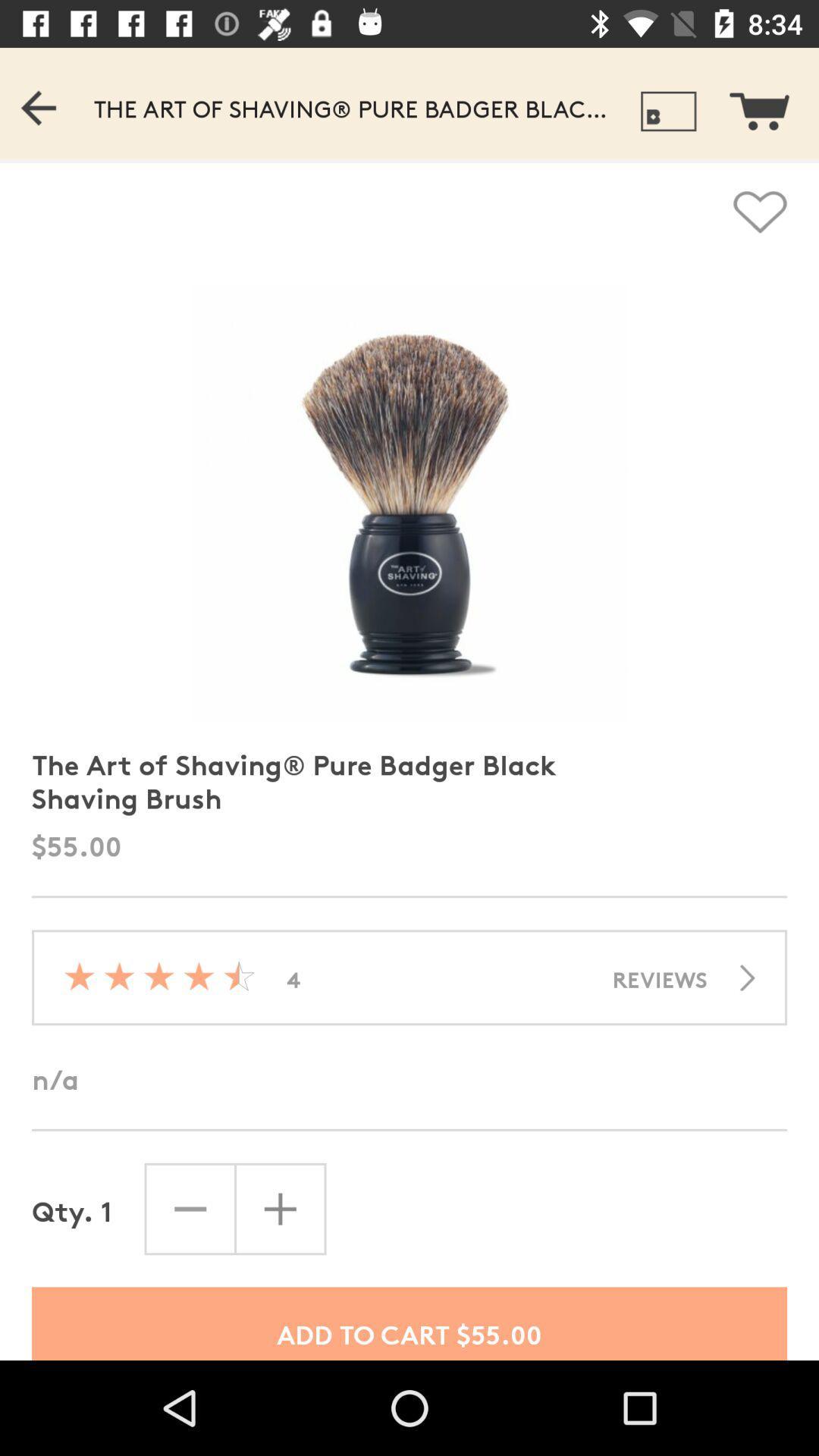 This screenshot has height=1456, width=819. I want to click on see shopping cart, so click(769, 102).